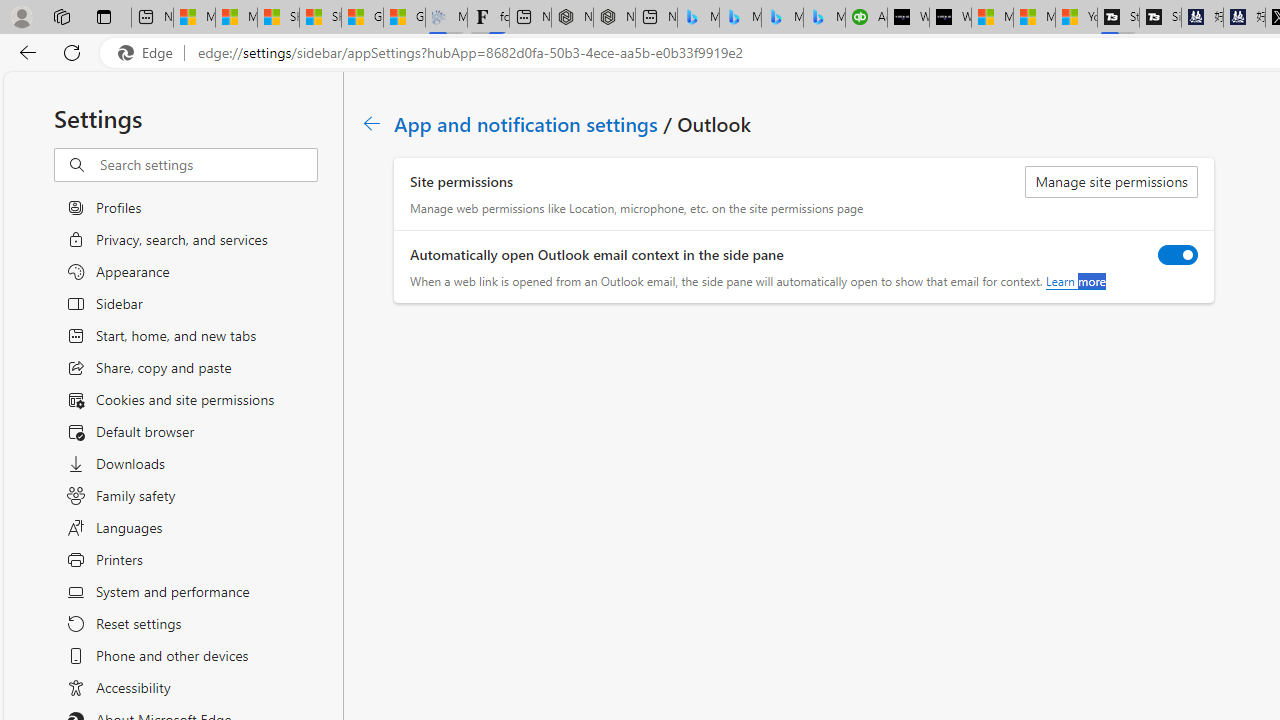 Image resolution: width=1280 pixels, height=720 pixels. I want to click on 'Go back to App and notification settings page.', so click(372, 123).